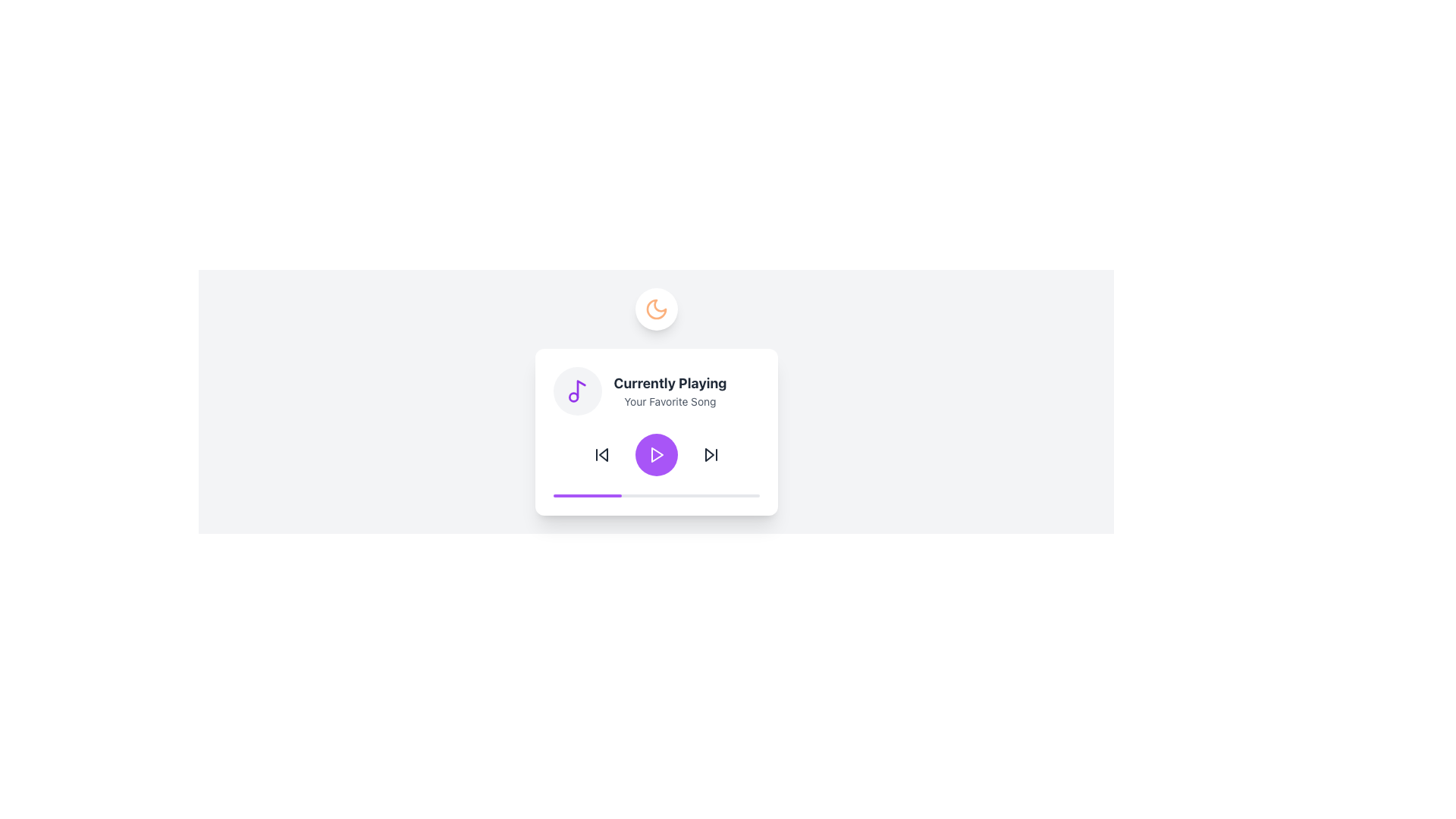  What do you see at coordinates (602, 454) in the screenshot?
I see `the backward skip control icon, which is represented by a left-pointing arrow located to the left of the Play button` at bounding box center [602, 454].